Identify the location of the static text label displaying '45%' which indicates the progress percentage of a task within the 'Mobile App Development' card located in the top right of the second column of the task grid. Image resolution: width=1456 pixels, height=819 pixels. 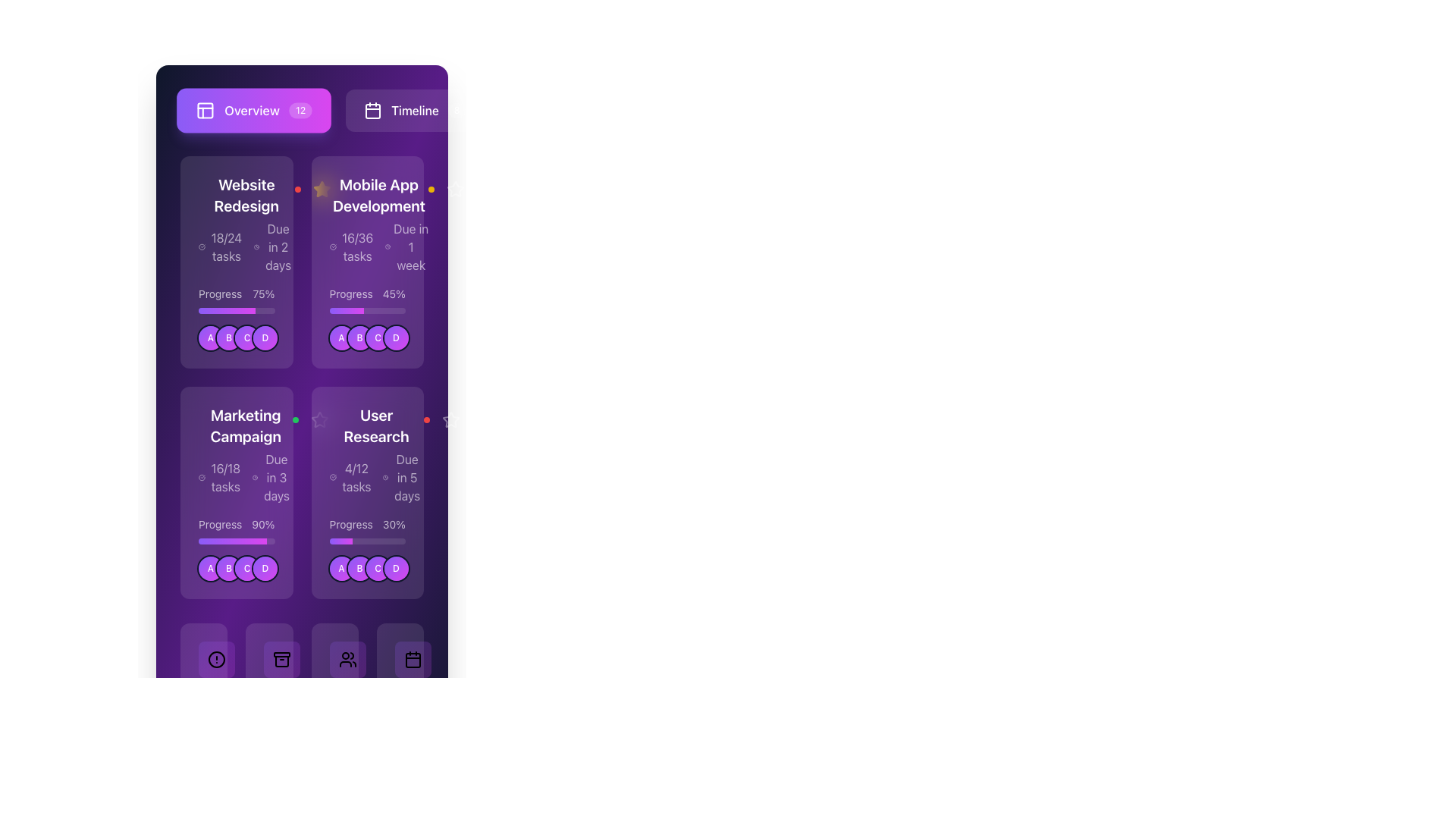
(394, 294).